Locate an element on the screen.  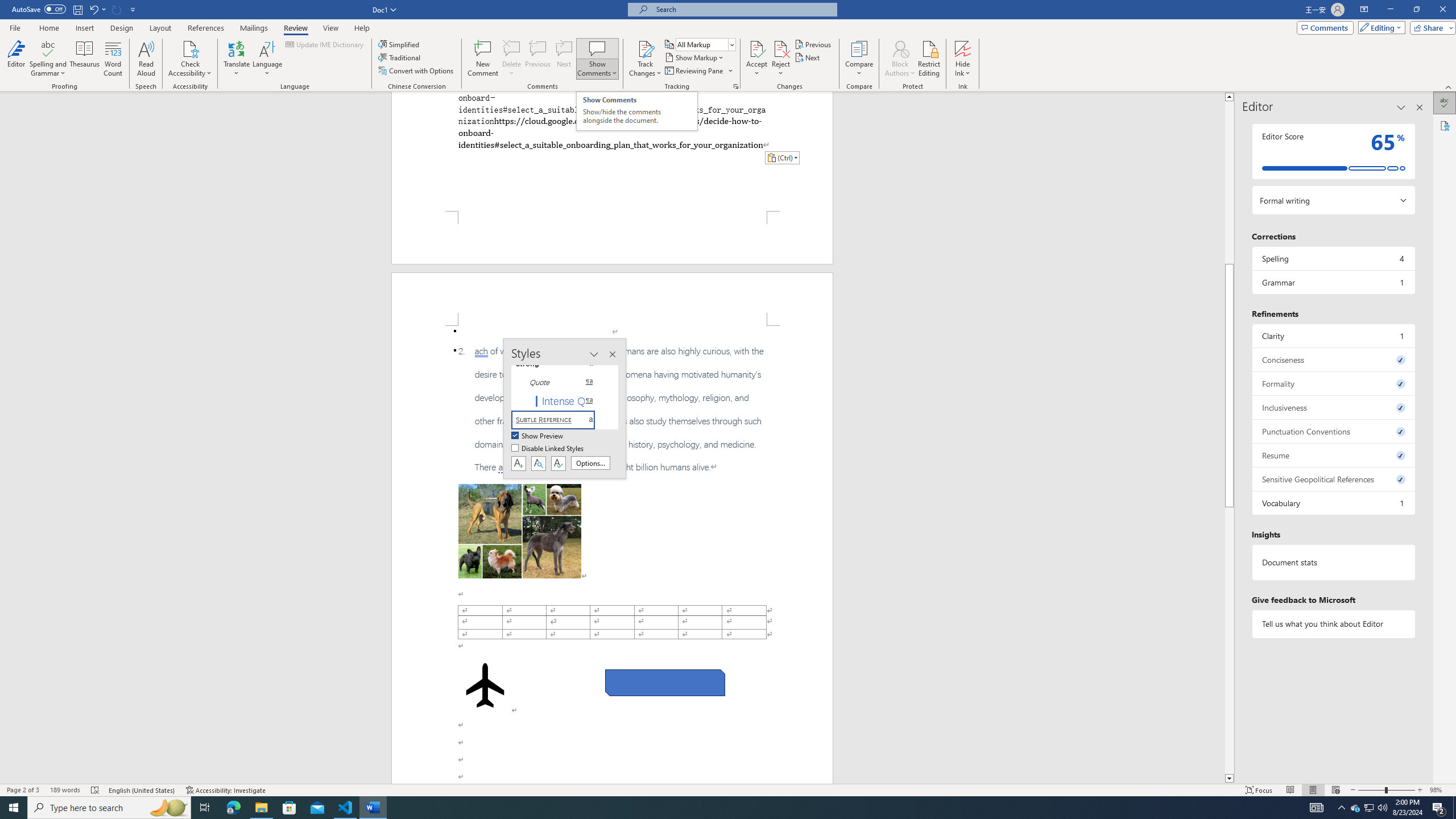
'Reject and Move to Next' is located at coordinates (781, 48).